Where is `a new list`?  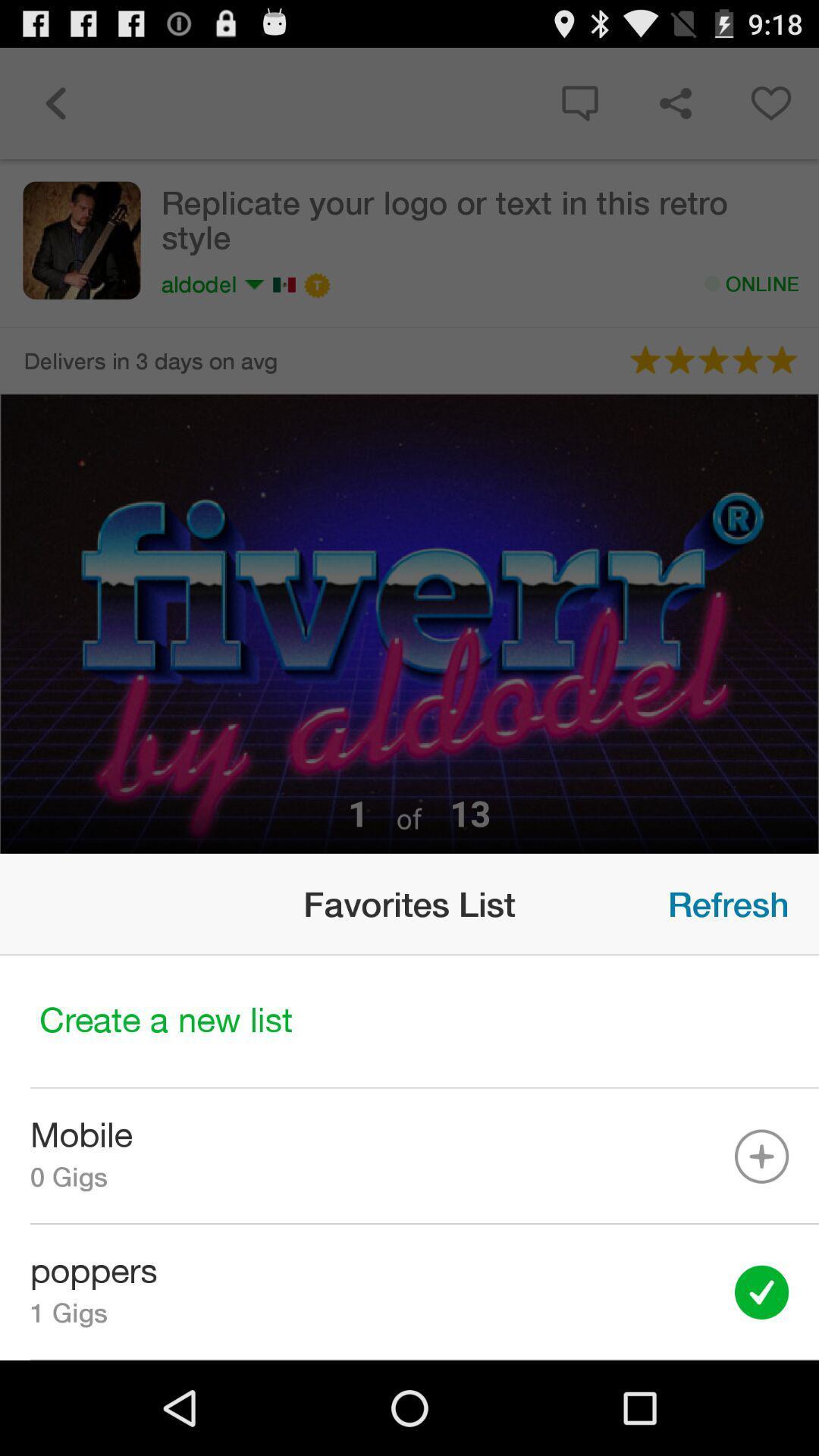 a new list is located at coordinates (409, 1021).